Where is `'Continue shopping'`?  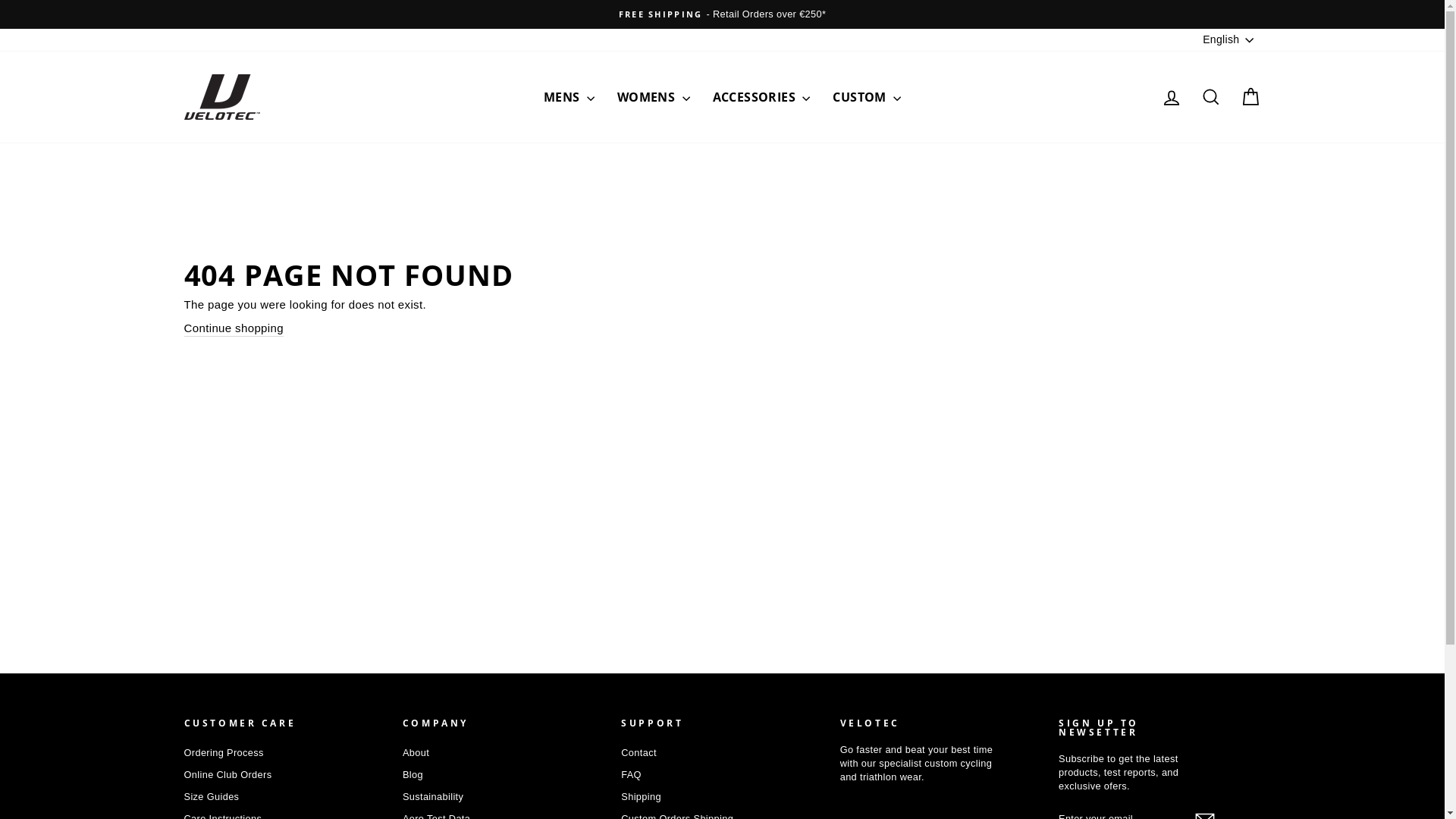 'Continue shopping' is located at coordinates (232, 327).